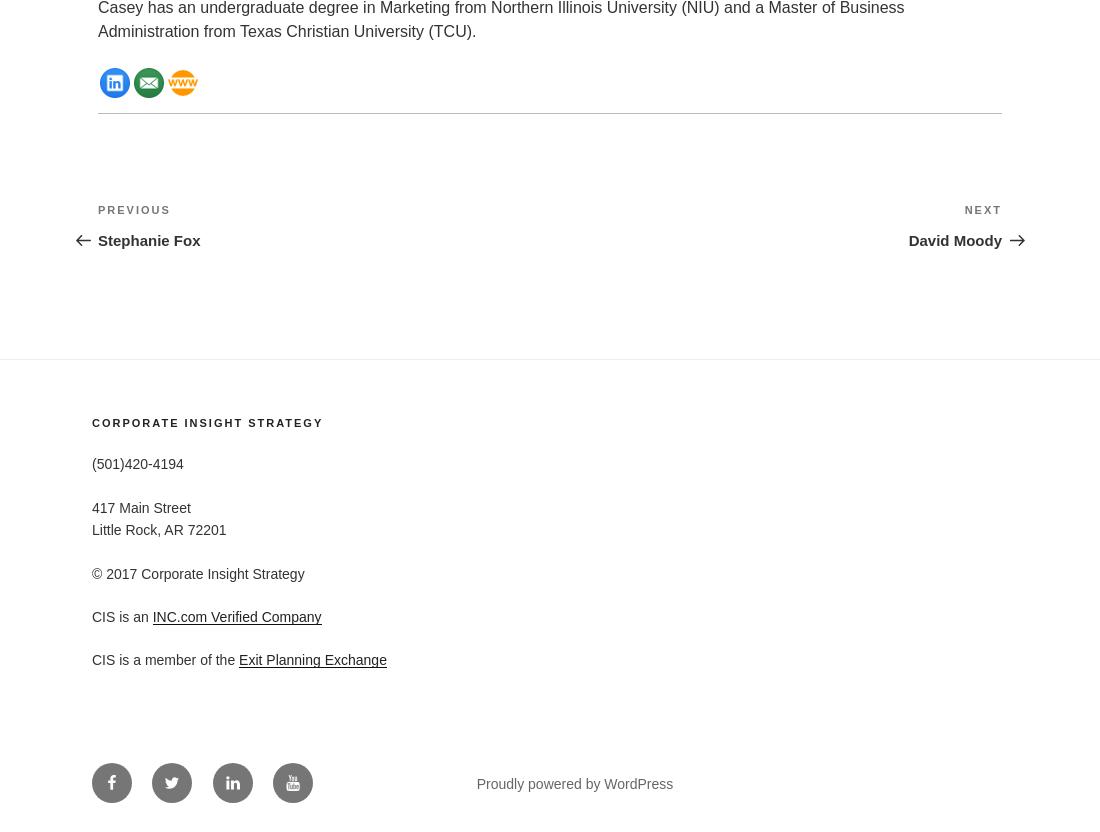  What do you see at coordinates (311, 660) in the screenshot?
I see `'Exit Planning Exchange'` at bounding box center [311, 660].